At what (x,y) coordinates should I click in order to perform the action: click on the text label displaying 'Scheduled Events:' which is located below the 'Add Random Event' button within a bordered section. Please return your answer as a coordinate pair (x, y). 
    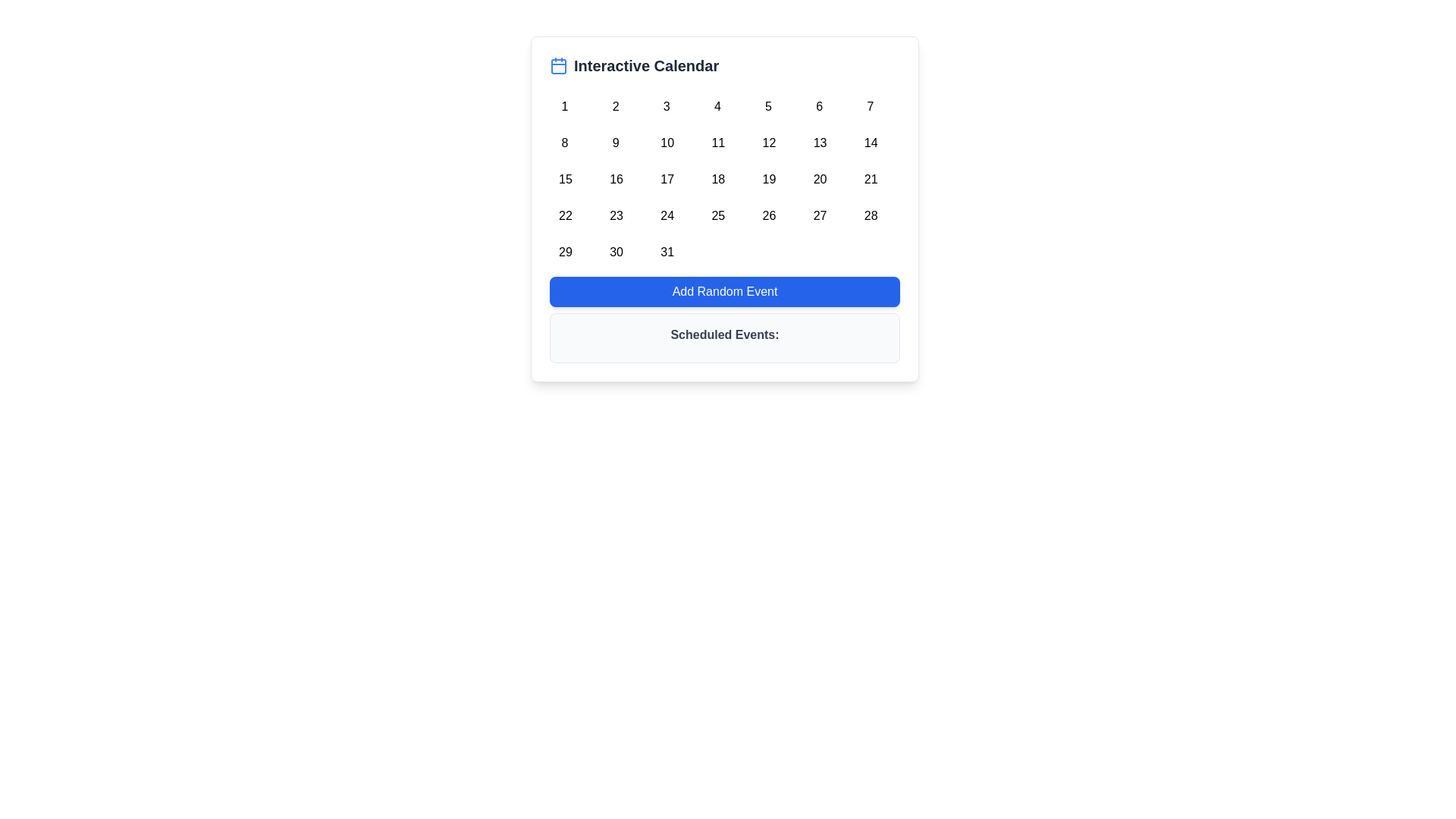
    Looking at the image, I should click on (723, 334).